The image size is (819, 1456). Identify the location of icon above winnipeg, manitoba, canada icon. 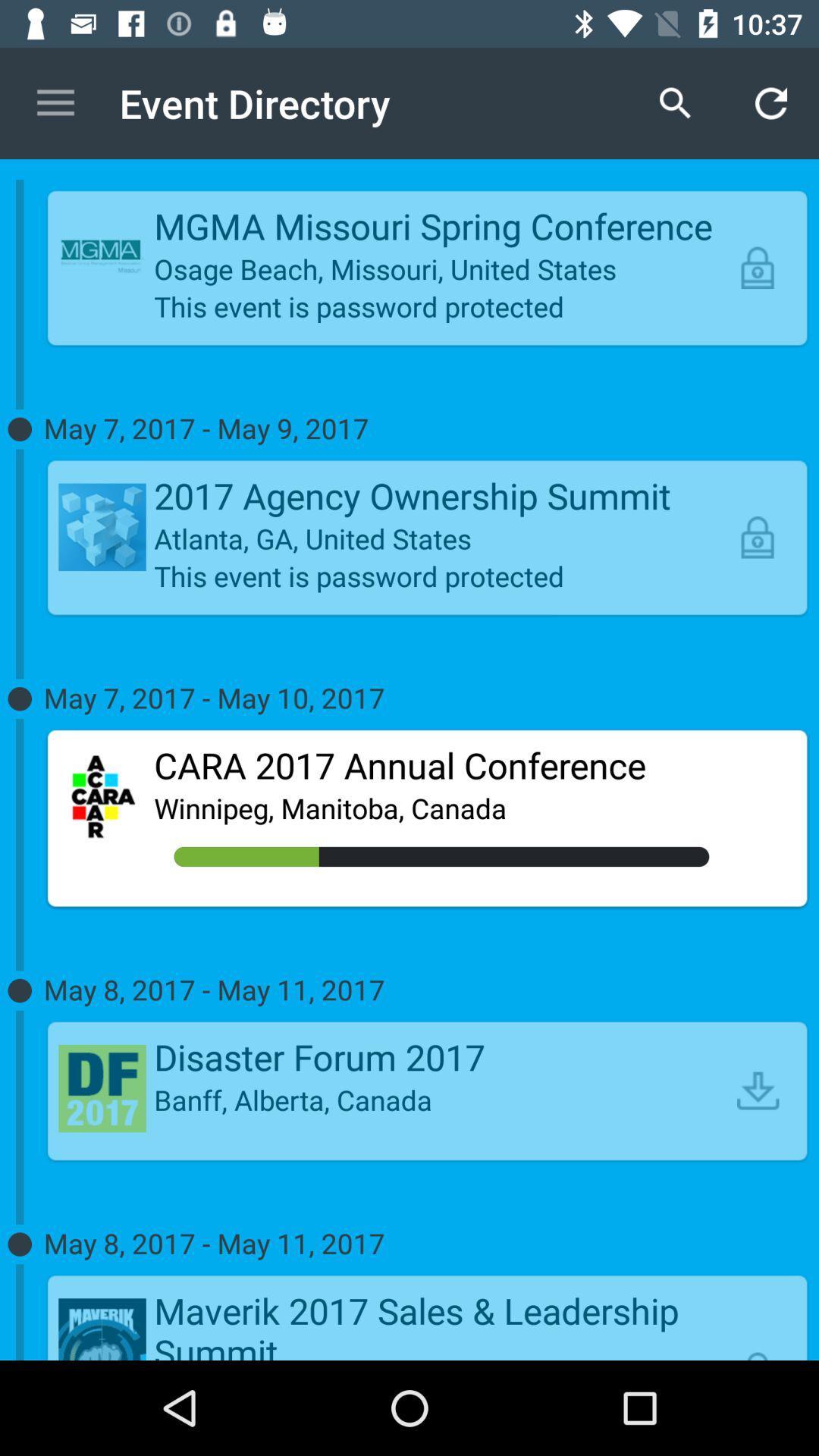
(441, 765).